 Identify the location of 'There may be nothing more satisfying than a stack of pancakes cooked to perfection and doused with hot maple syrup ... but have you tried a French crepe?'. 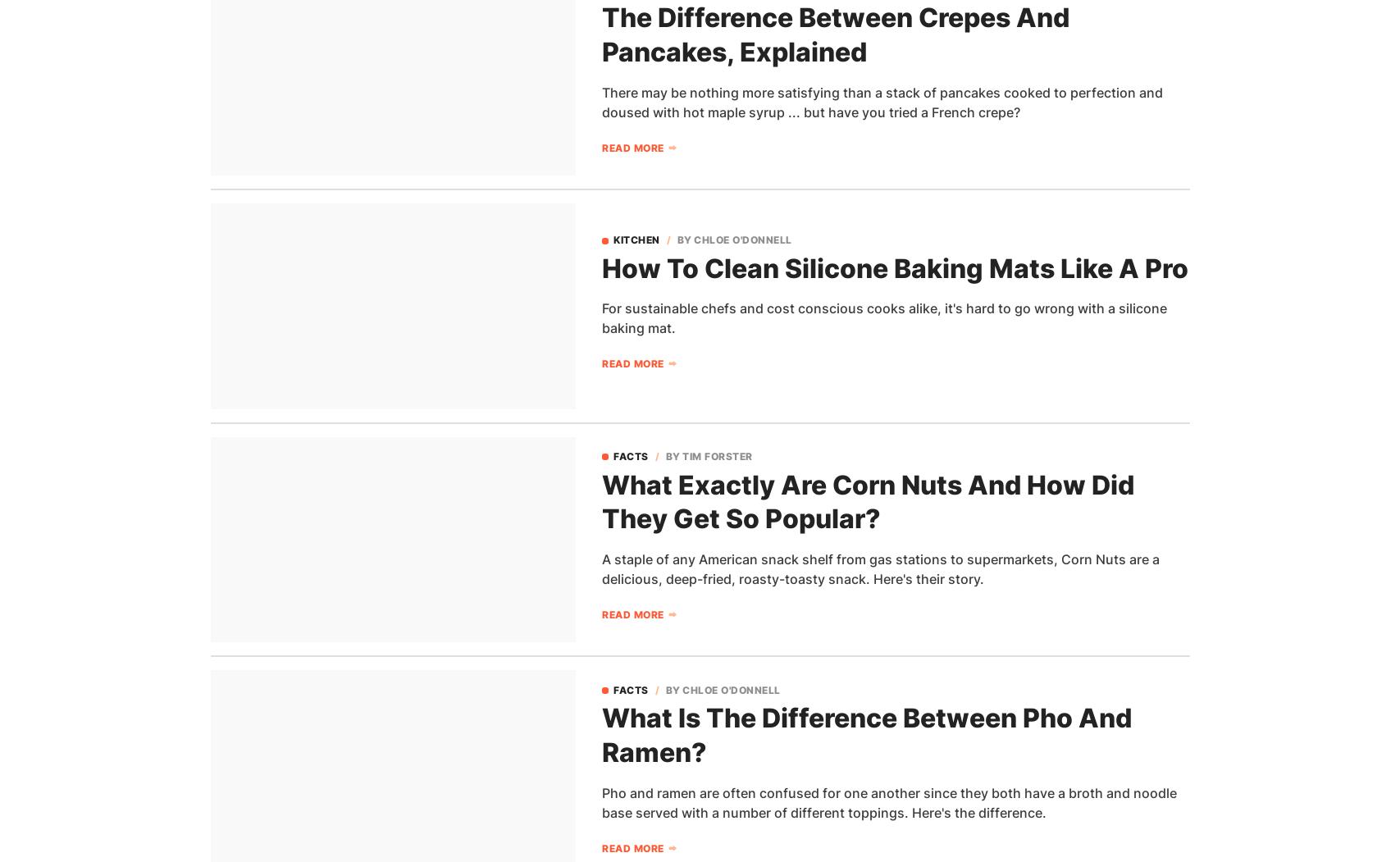
(602, 101).